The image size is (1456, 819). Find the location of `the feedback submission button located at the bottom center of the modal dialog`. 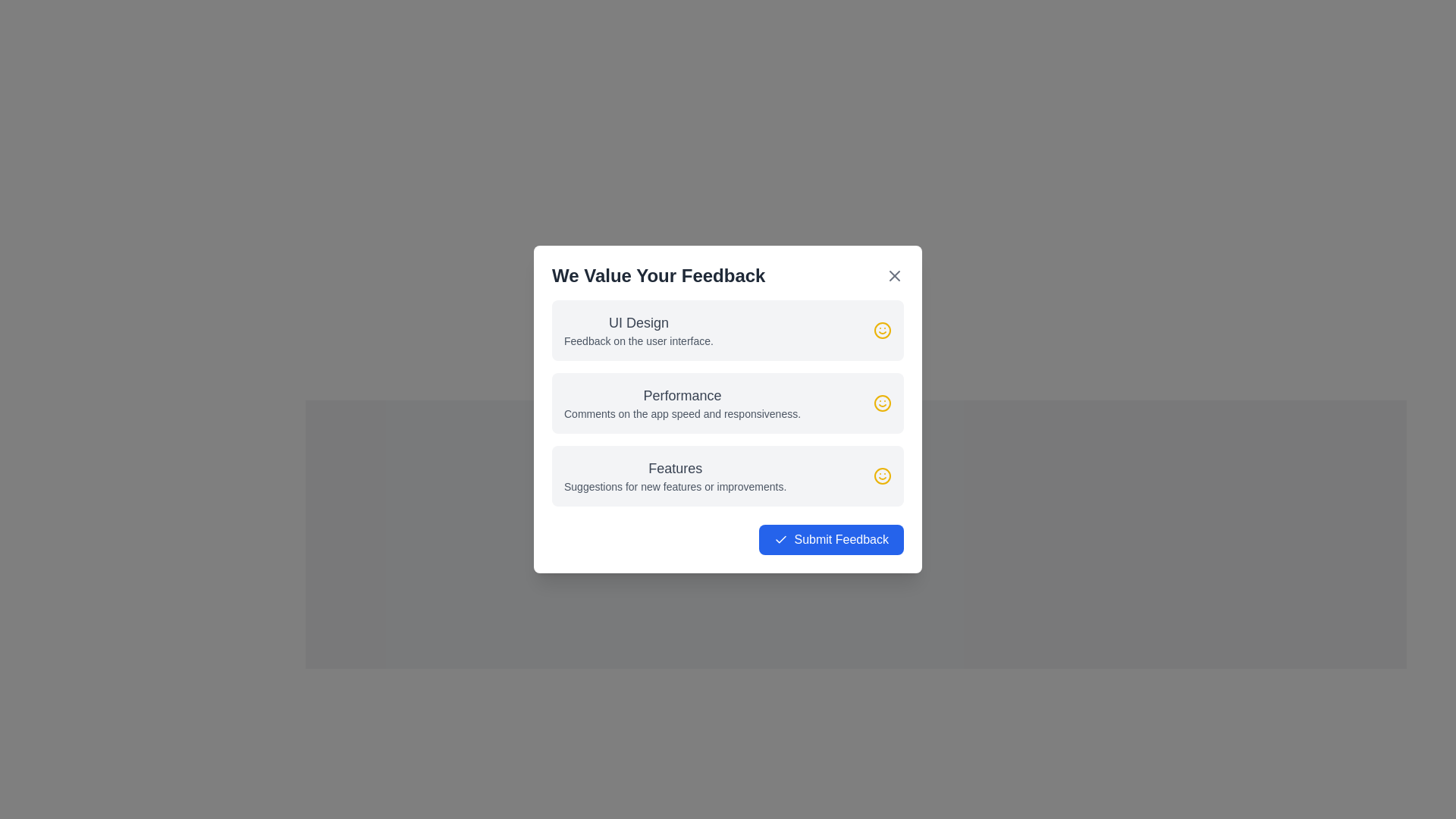

the feedback submission button located at the bottom center of the modal dialog is located at coordinates (830, 539).